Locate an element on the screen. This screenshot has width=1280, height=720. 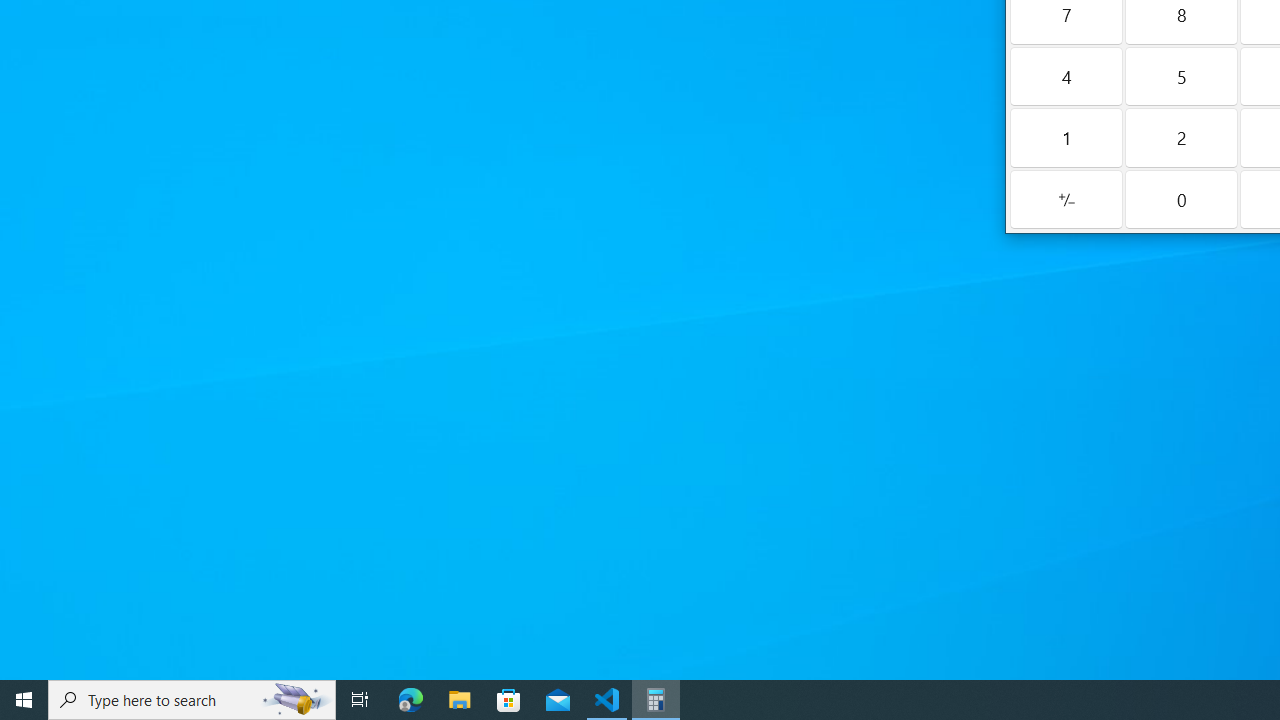
'Microsoft Edge' is located at coordinates (410, 698).